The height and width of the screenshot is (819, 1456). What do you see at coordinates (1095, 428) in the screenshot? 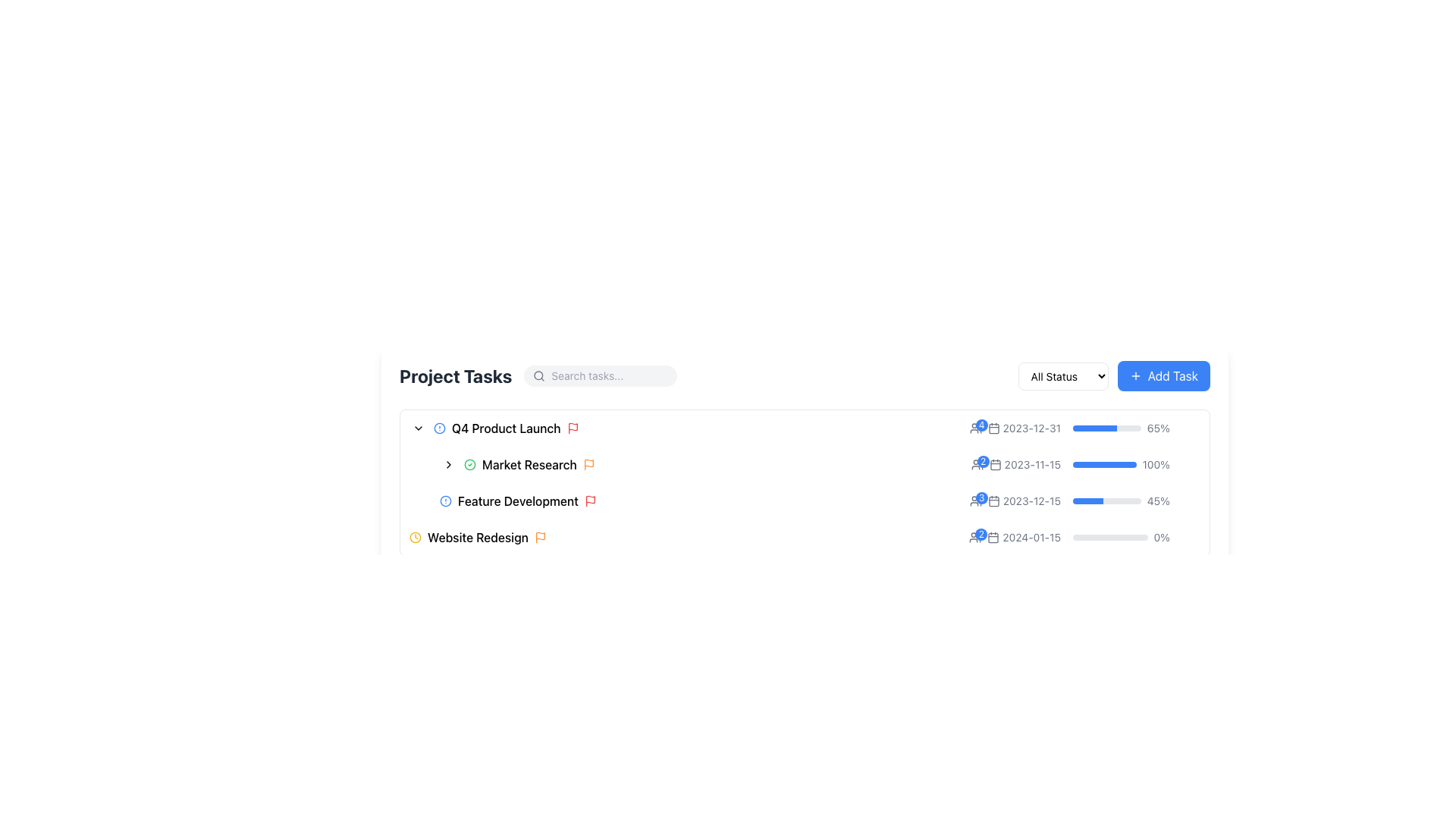
I see `task completion` at bounding box center [1095, 428].